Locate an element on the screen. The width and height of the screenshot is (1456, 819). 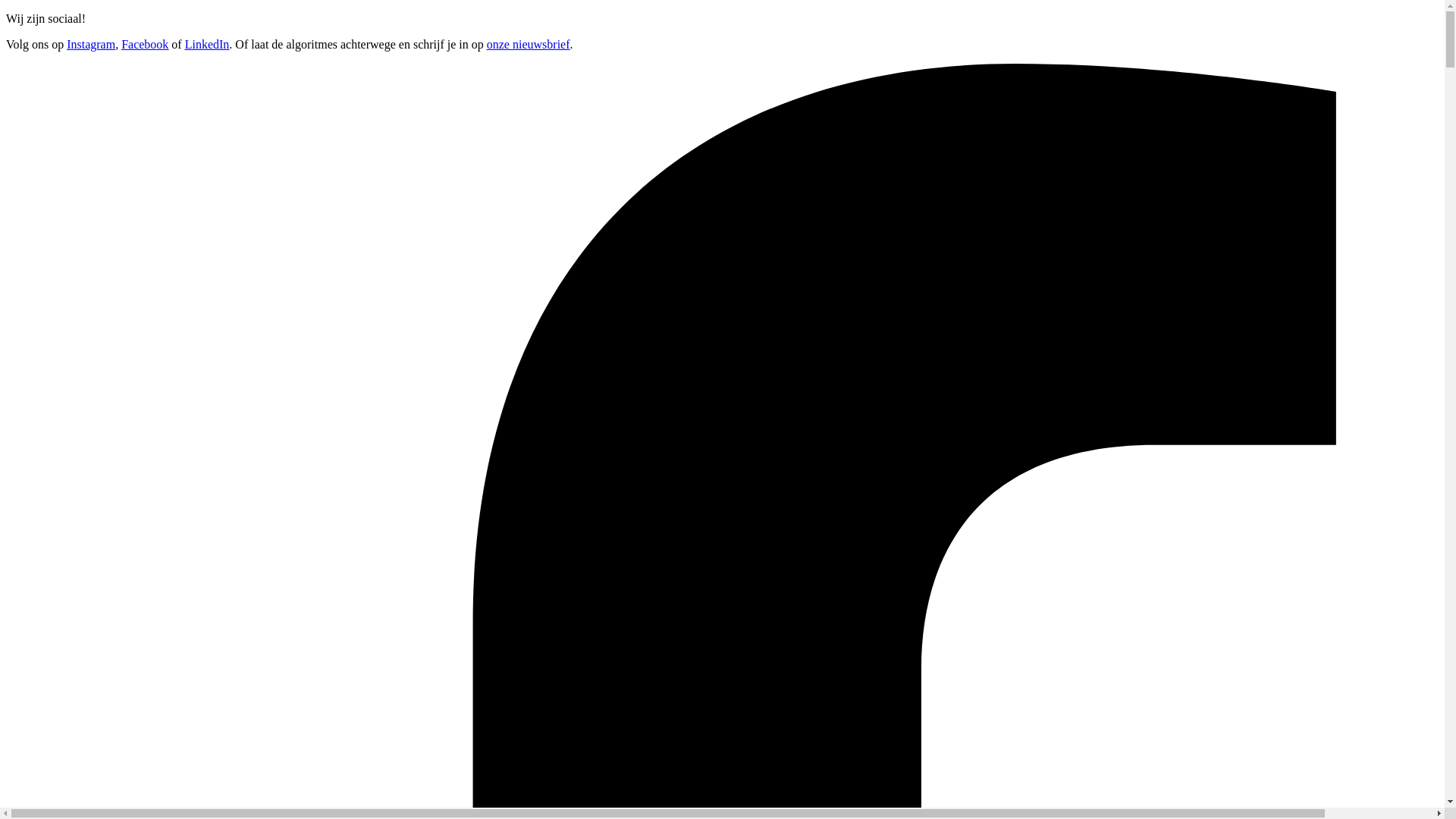
'onze nieuwsbrief' is located at coordinates (528, 43).